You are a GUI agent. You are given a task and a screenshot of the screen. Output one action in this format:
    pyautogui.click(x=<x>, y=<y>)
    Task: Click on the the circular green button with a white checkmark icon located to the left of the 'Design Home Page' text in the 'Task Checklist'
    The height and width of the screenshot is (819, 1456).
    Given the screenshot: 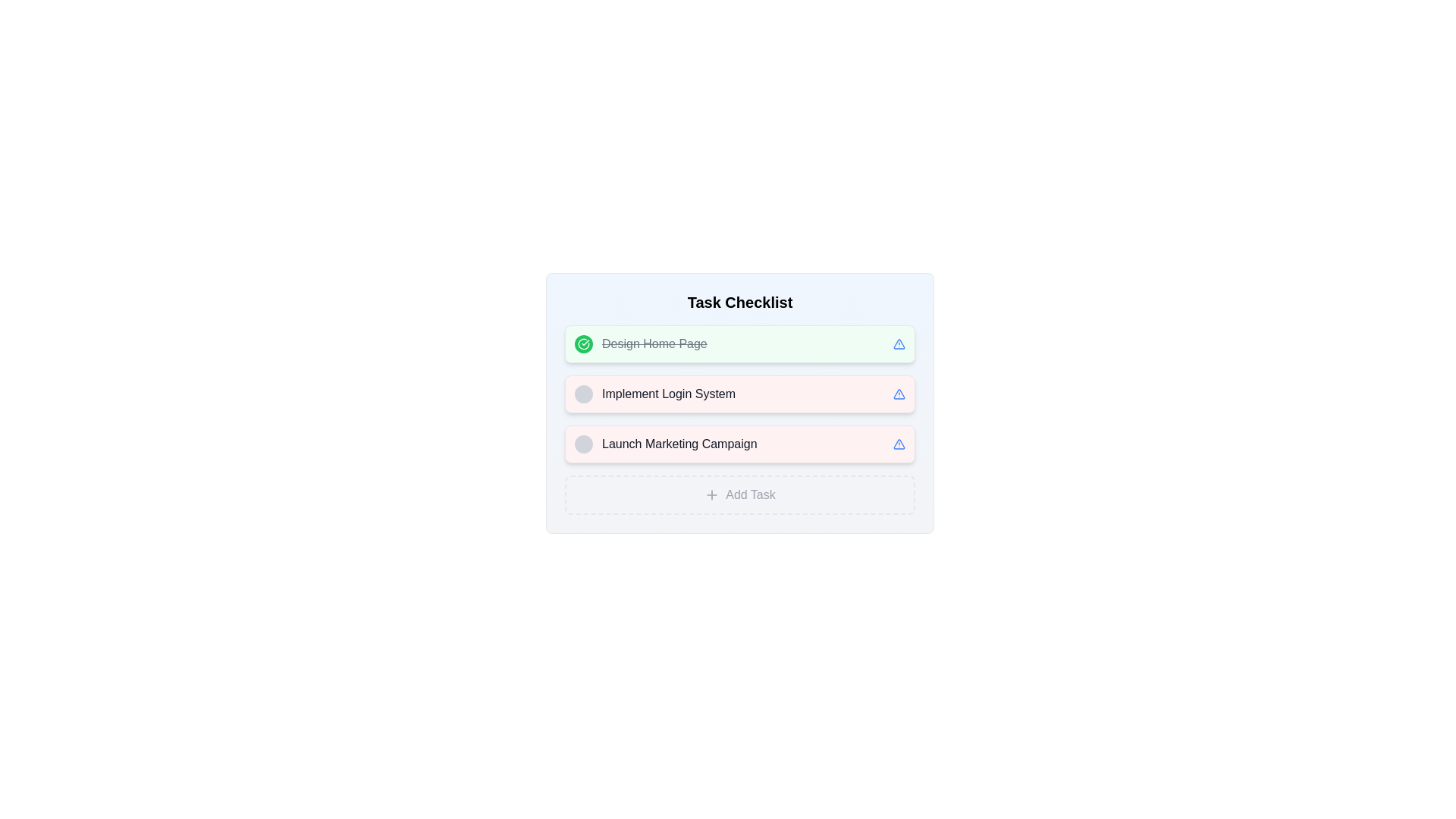 What is the action you would take?
    pyautogui.click(x=582, y=344)
    